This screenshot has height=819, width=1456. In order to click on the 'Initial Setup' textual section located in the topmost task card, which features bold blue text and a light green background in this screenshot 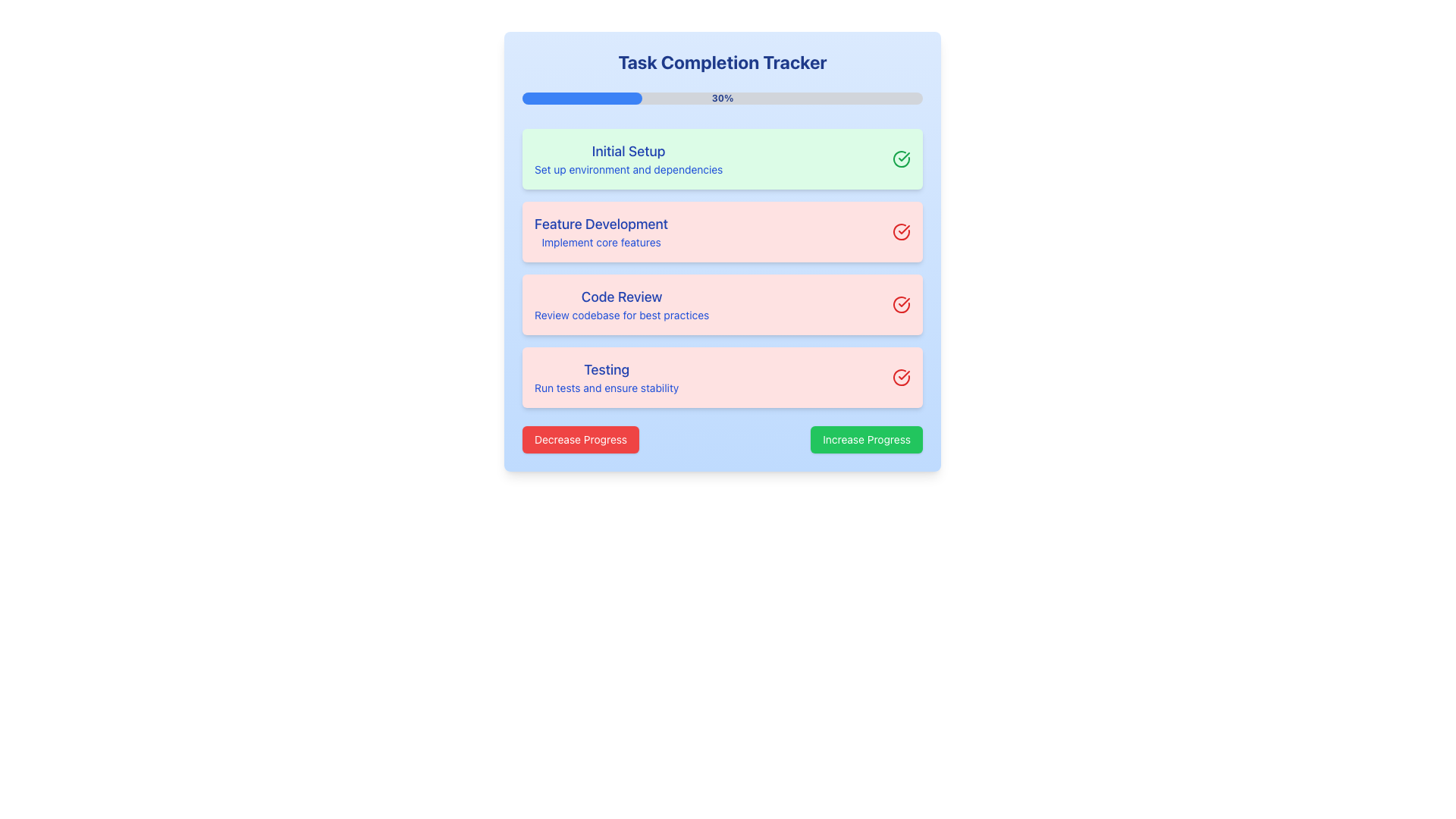, I will do `click(629, 158)`.